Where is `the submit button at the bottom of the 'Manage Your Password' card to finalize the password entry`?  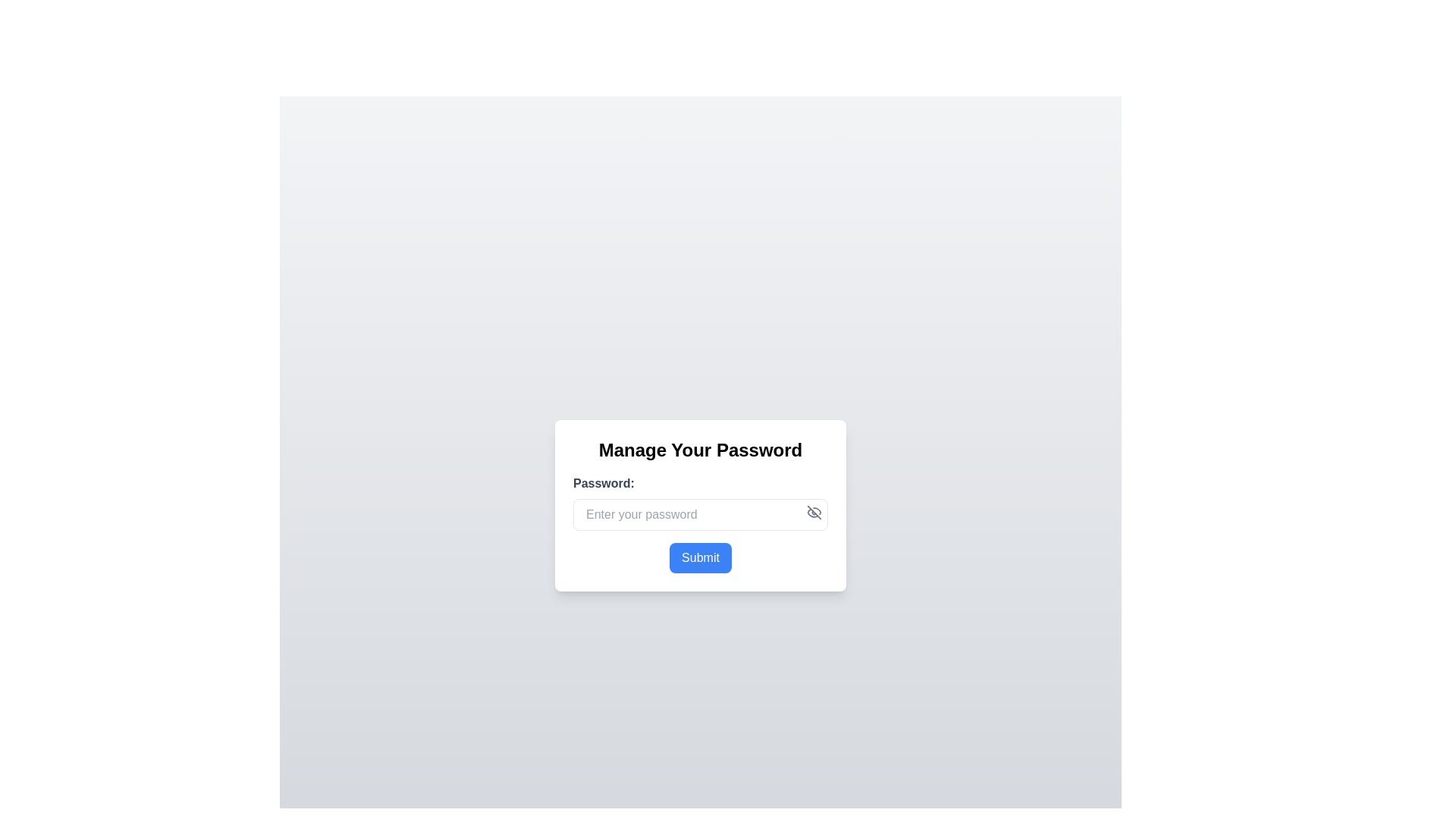
the submit button at the bottom of the 'Manage Your Password' card to finalize the password entry is located at coordinates (700, 558).